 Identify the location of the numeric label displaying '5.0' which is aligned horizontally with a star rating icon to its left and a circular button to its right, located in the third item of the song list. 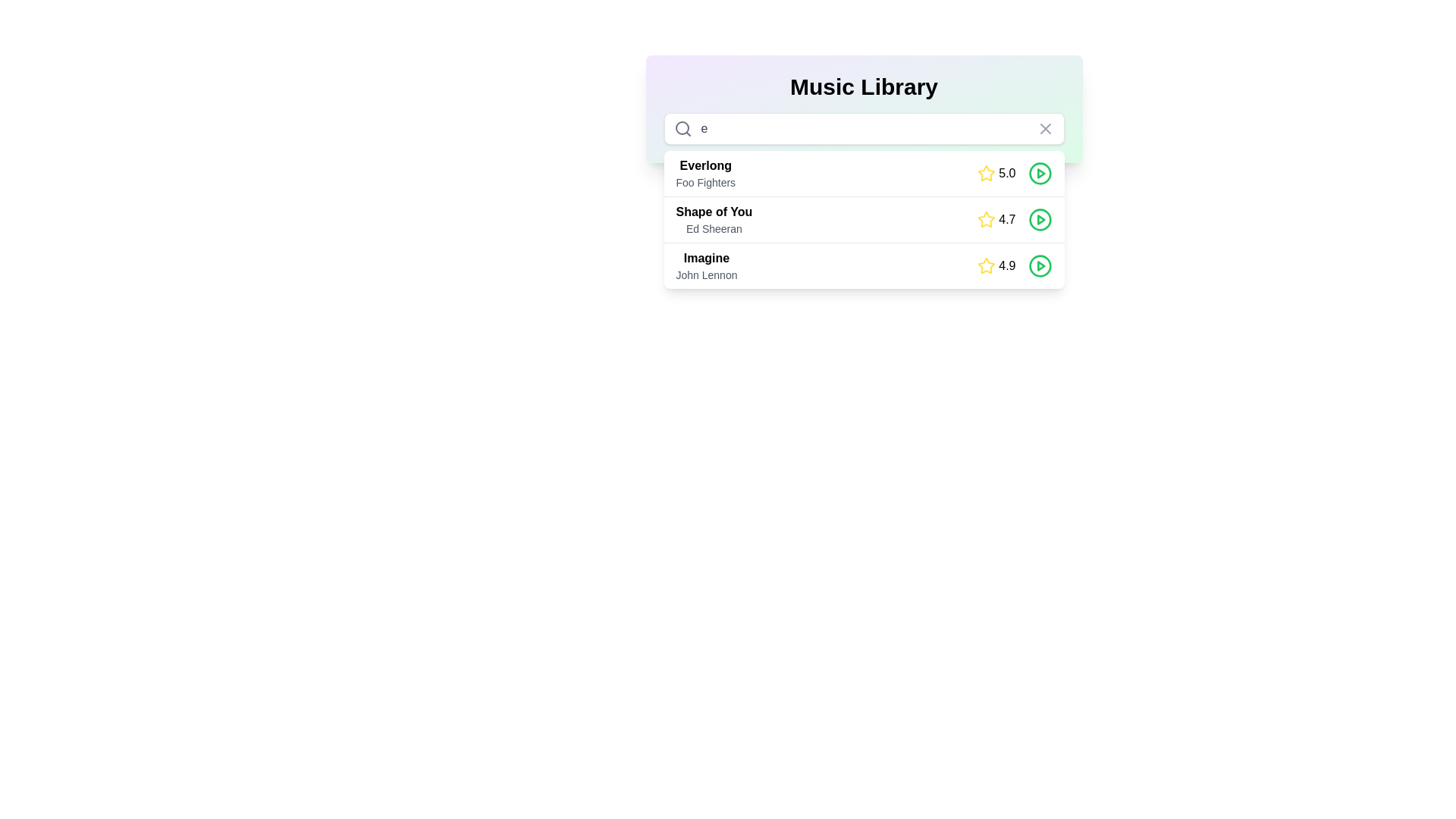
(1007, 172).